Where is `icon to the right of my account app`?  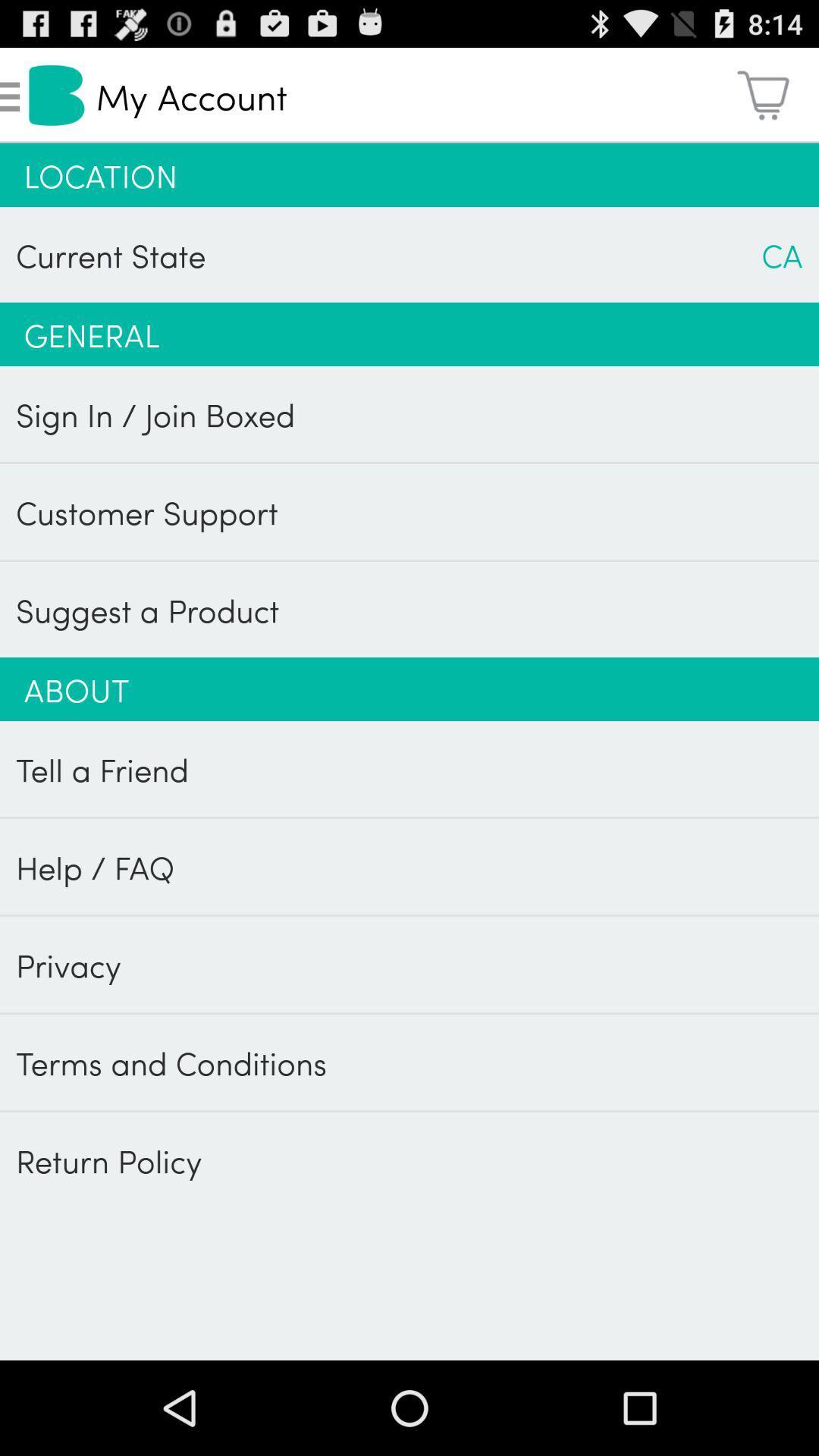 icon to the right of my account app is located at coordinates (763, 94).